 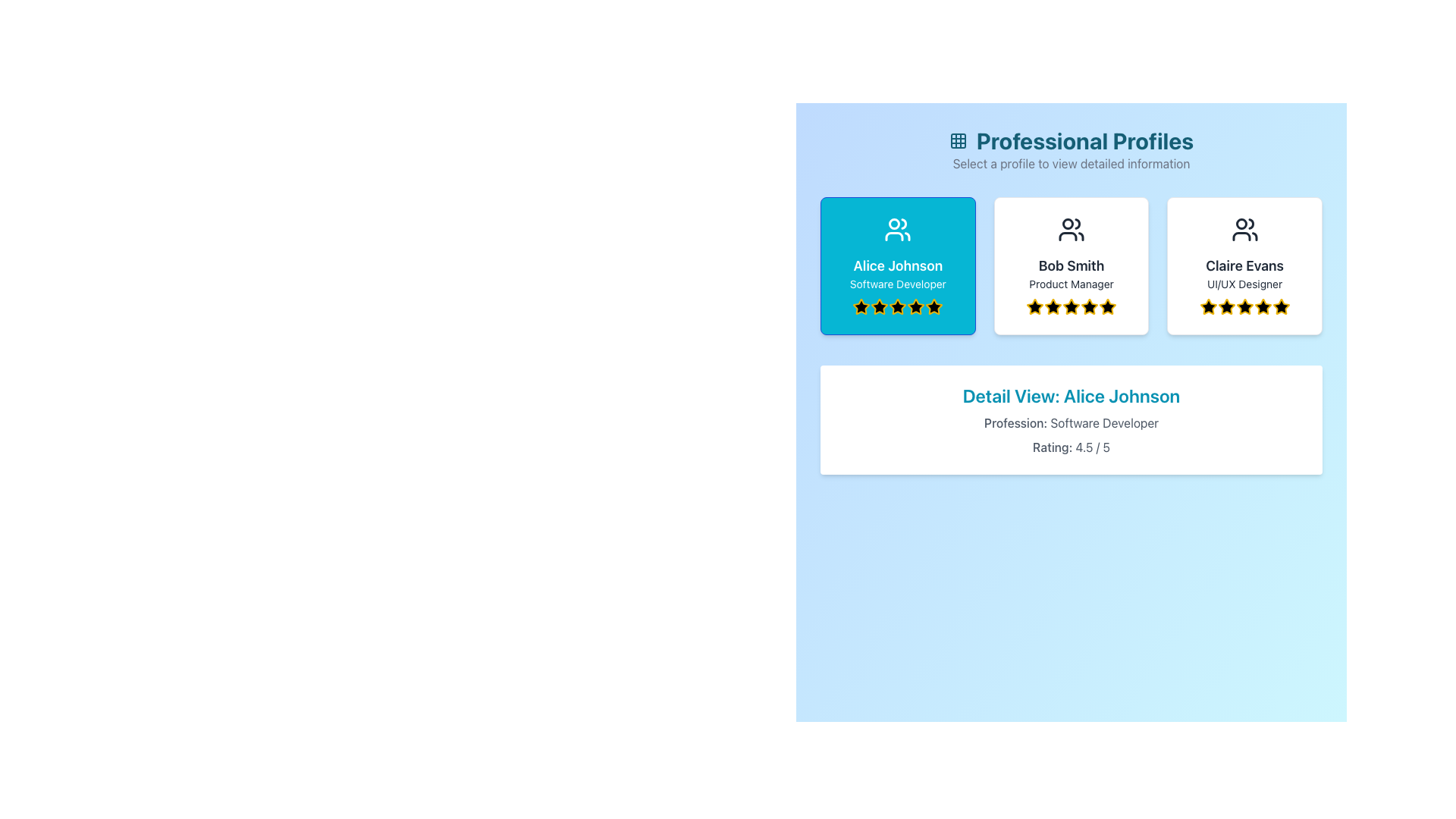 I want to click on the yellow star icon with a hollow black center, which is the fourth star in the rating section under 'Alice Johnson' in the 'Professional Profiles' panel, so click(x=898, y=307).